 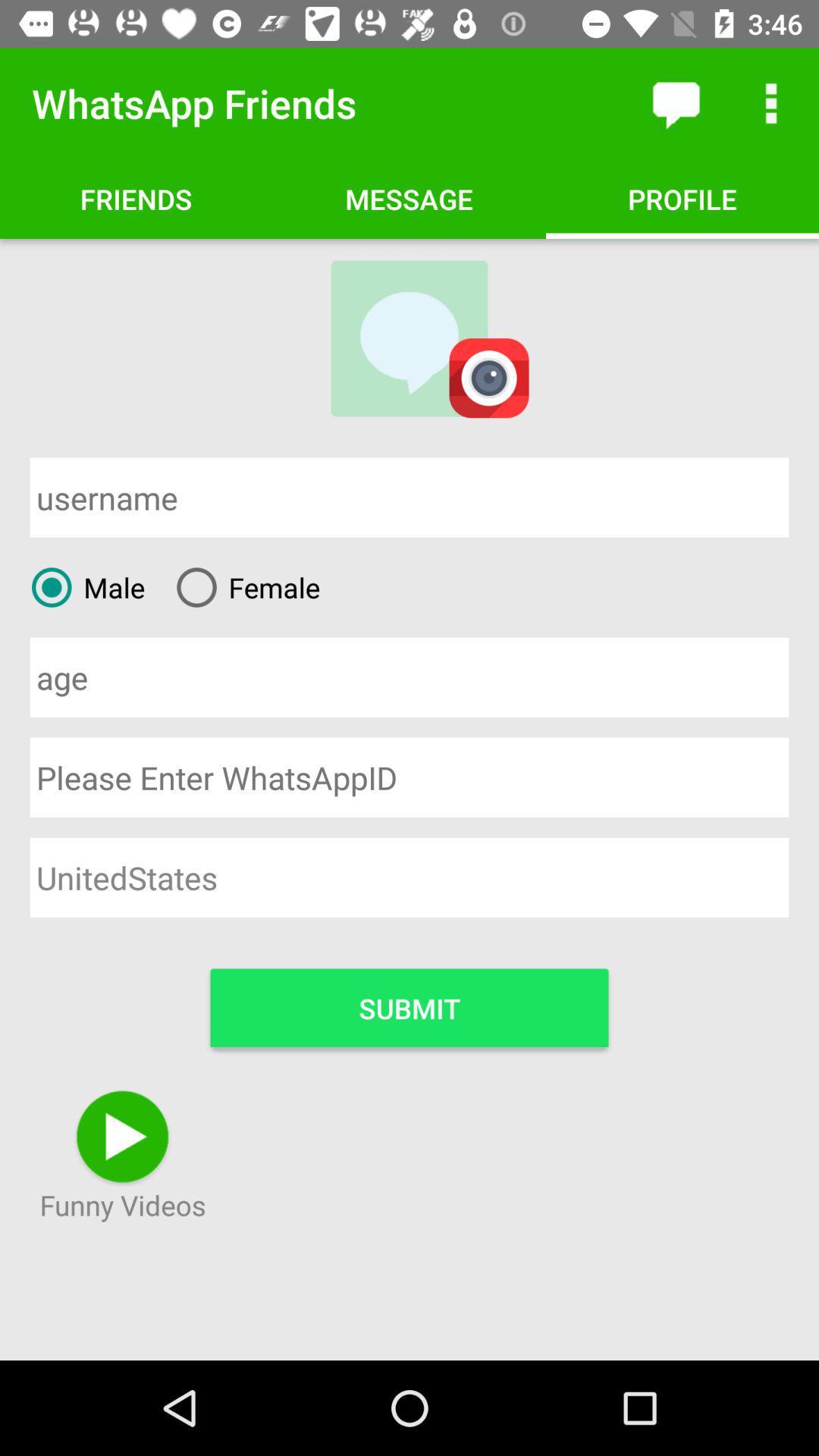 What do you see at coordinates (409, 777) in the screenshot?
I see `whatsappid text box` at bounding box center [409, 777].